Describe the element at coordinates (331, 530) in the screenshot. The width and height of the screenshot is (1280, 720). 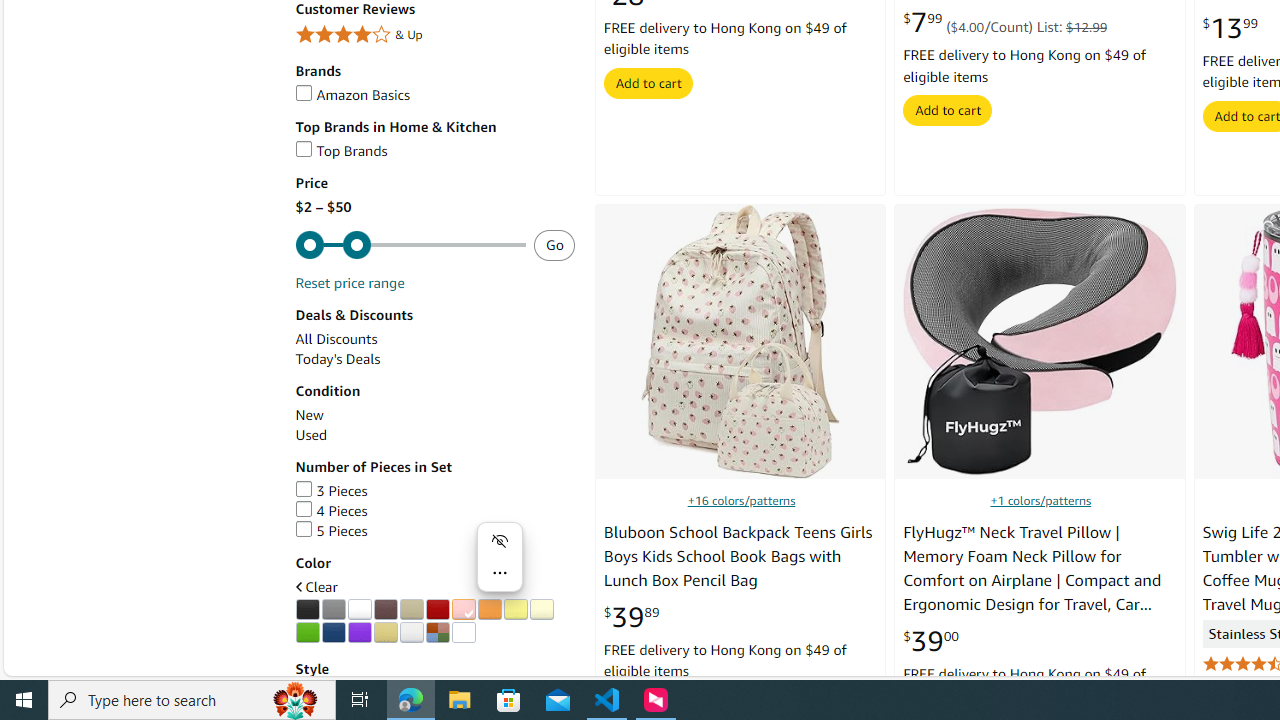
I see `'5 Pieces'` at that location.